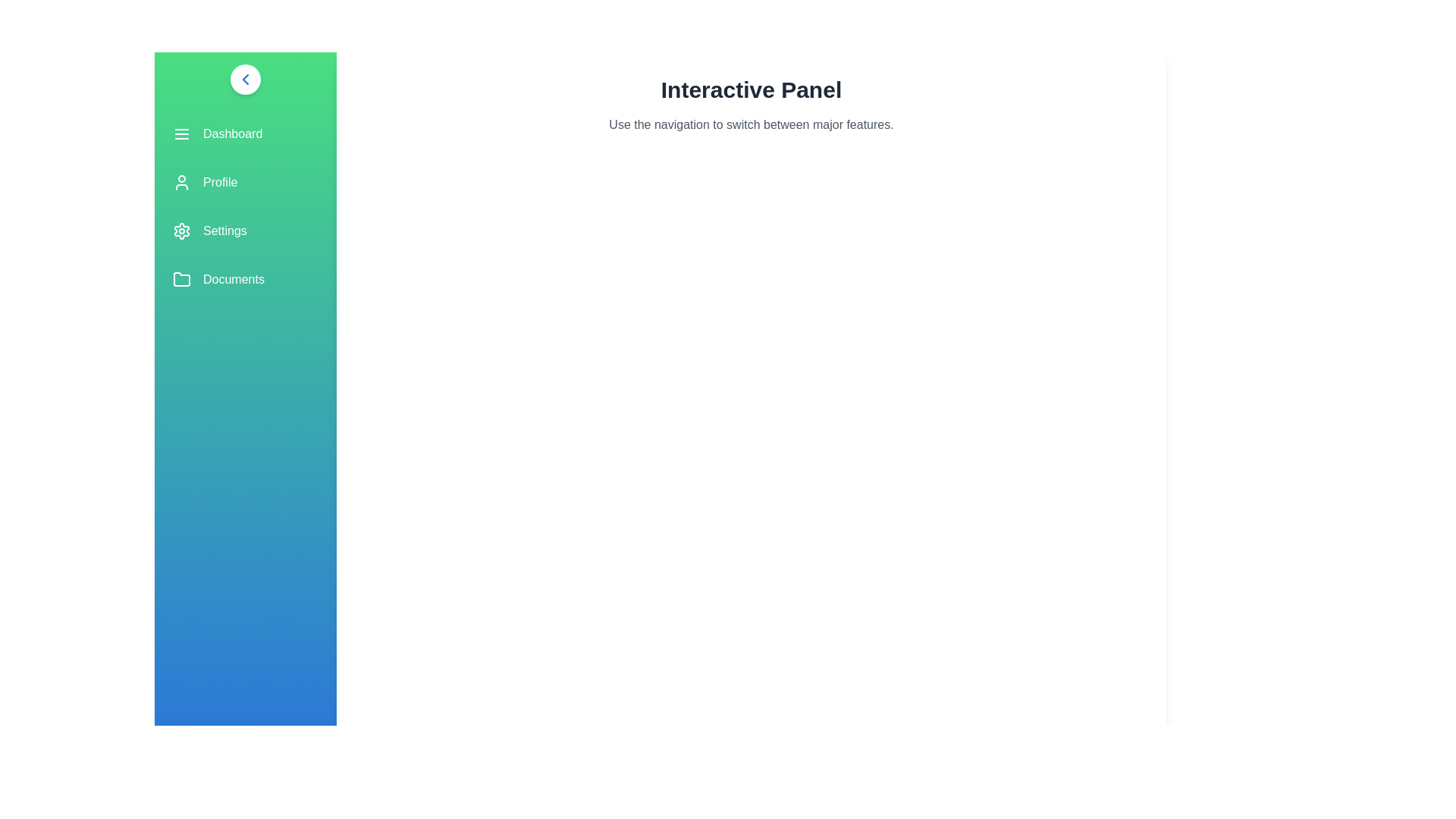 The width and height of the screenshot is (1456, 819). What do you see at coordinates (246, 133) in the screenshot?
I see `the menu item labeled Dashboard to observe its hover effect` at bounding box center [246, 133].